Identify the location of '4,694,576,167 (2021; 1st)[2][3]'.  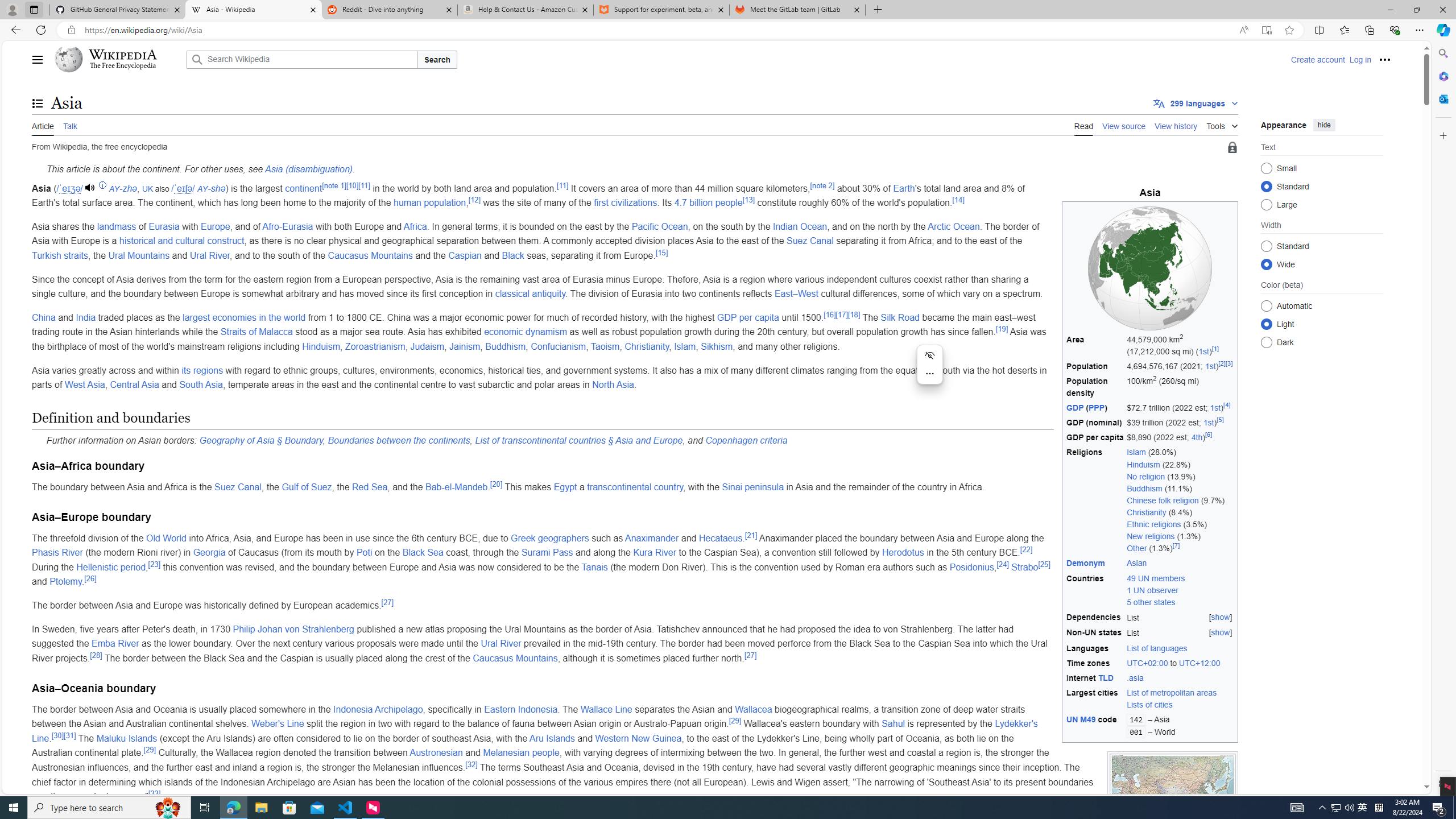
(1180, 366).